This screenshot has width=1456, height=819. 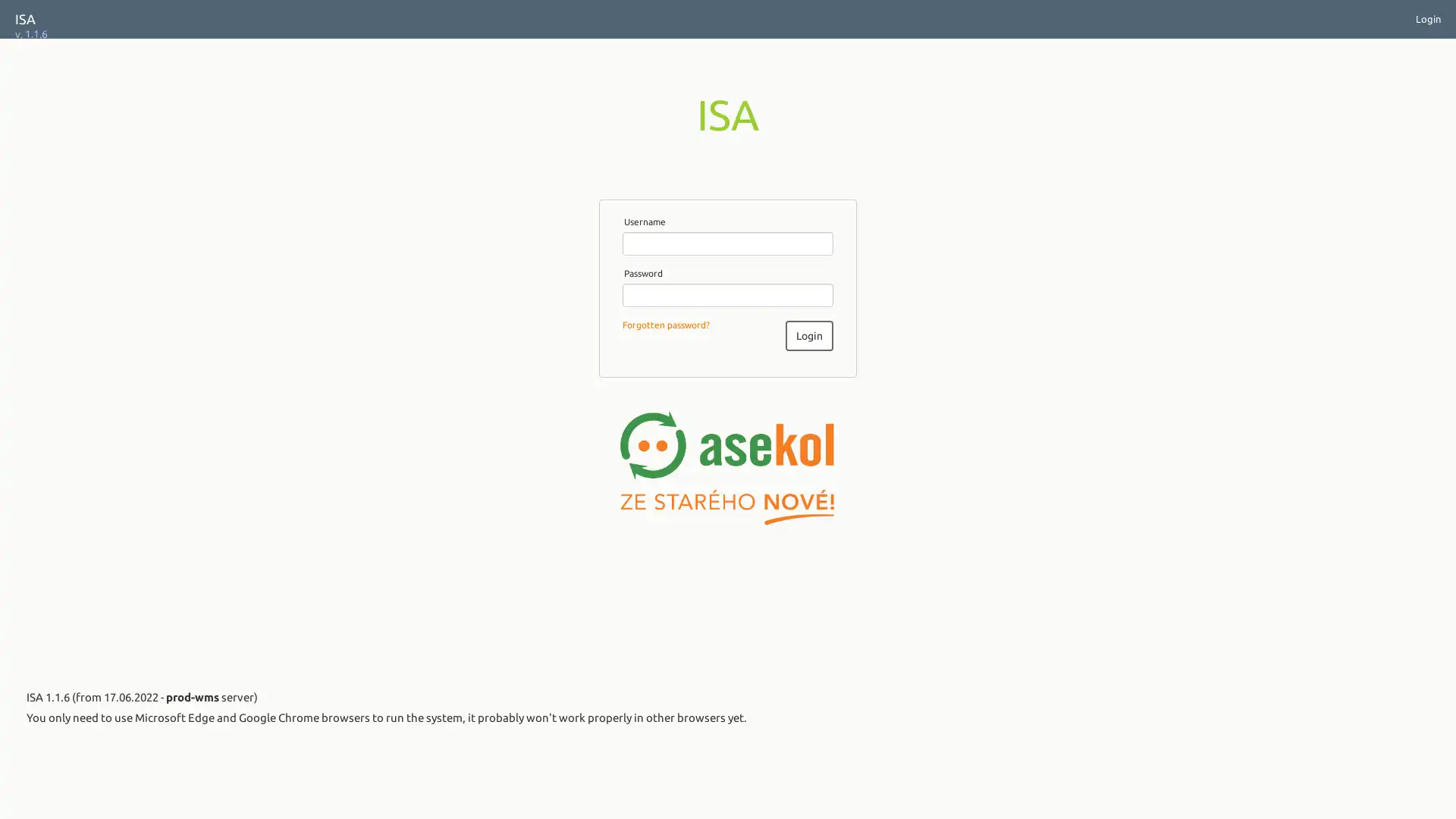 I want to click on Login, so click(x=808, y=334).